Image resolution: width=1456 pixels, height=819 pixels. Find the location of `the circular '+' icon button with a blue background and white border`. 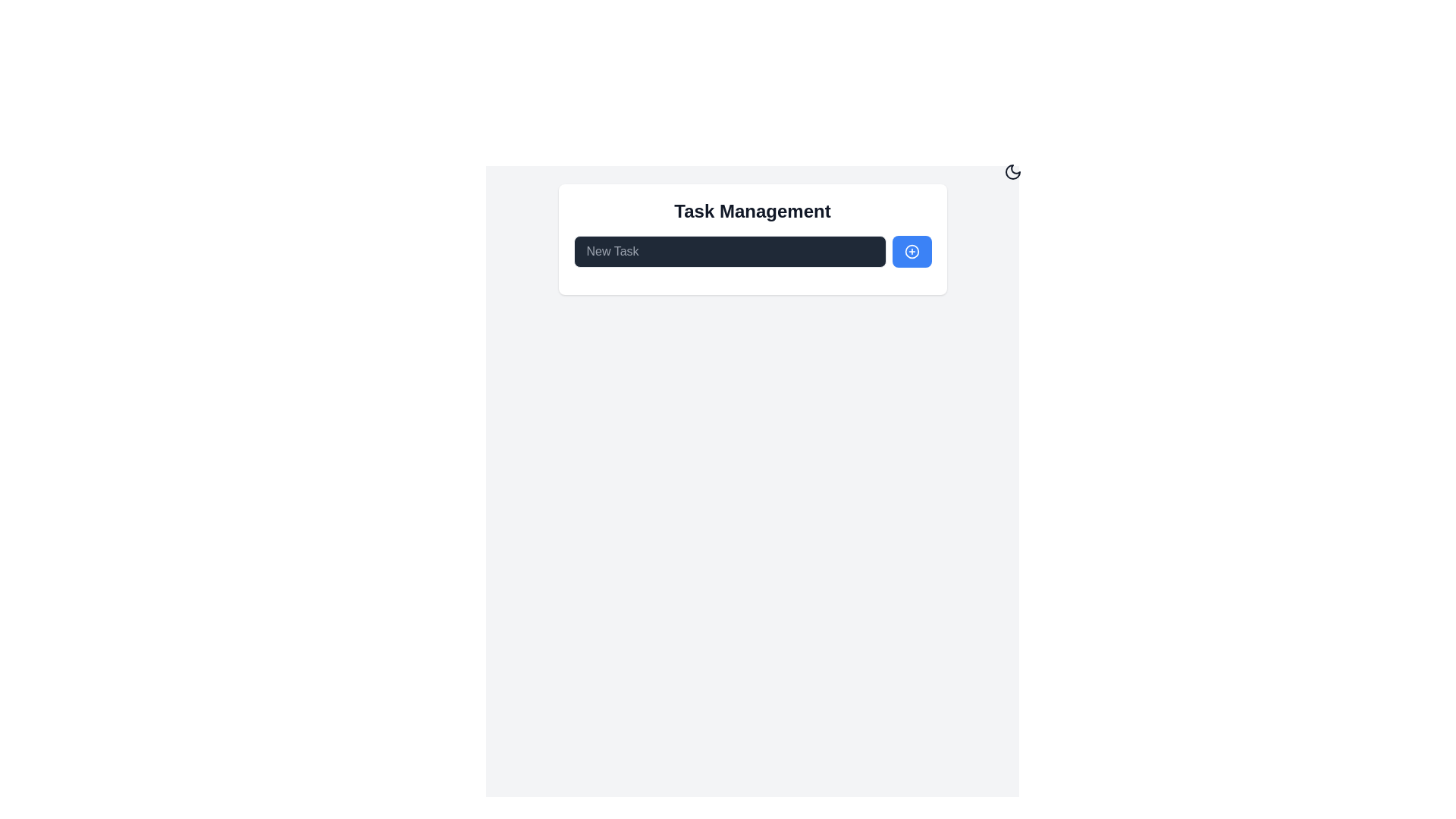

the circular '+' icon button with a blue background and white border is located at coordinates (911, 250).